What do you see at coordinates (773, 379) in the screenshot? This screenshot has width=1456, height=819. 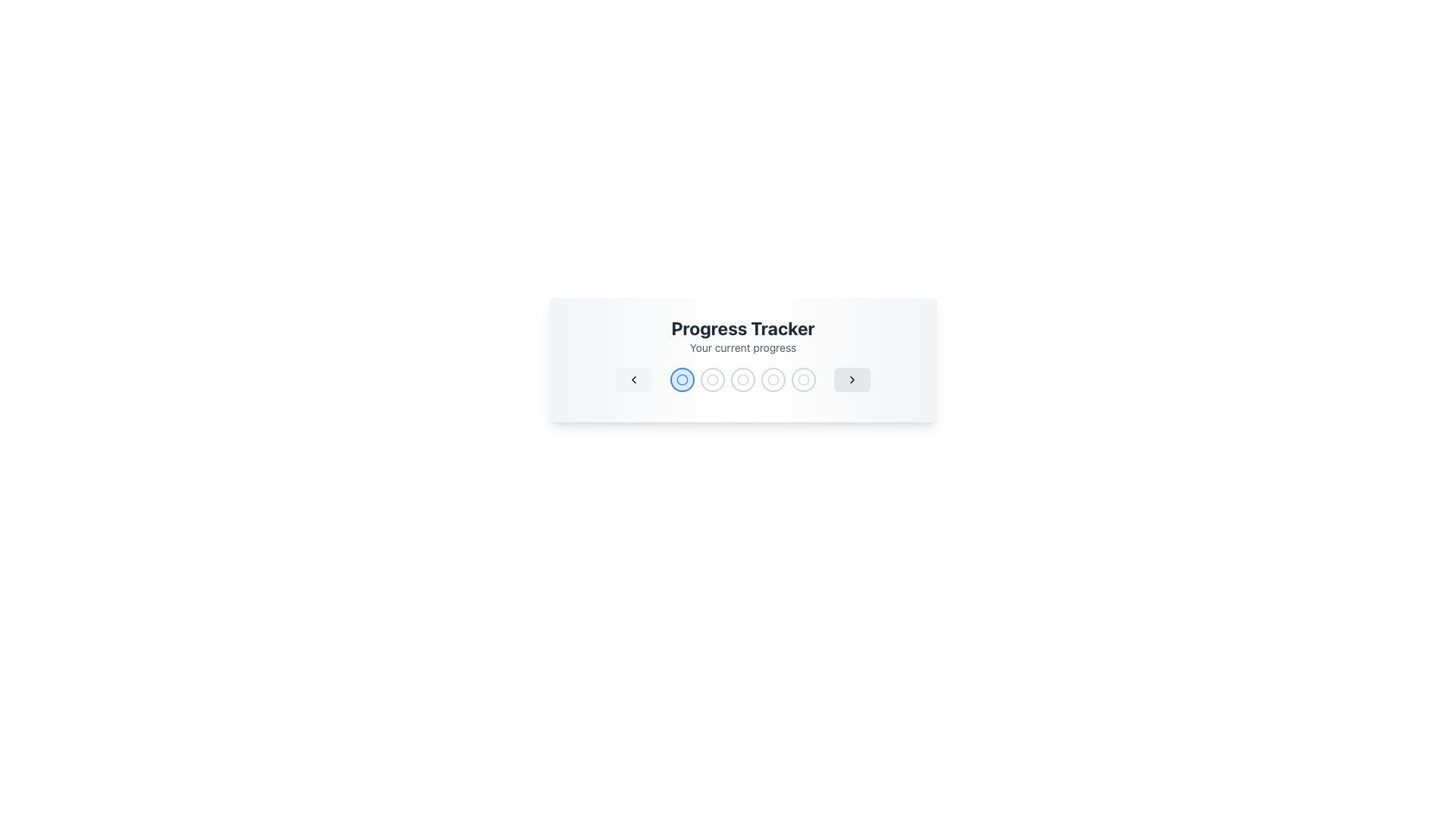 I see `the third circular progress indicator in the progress tracker interface, which is outlined with a thin border and has no fill color` at bounding box center [773, 379].